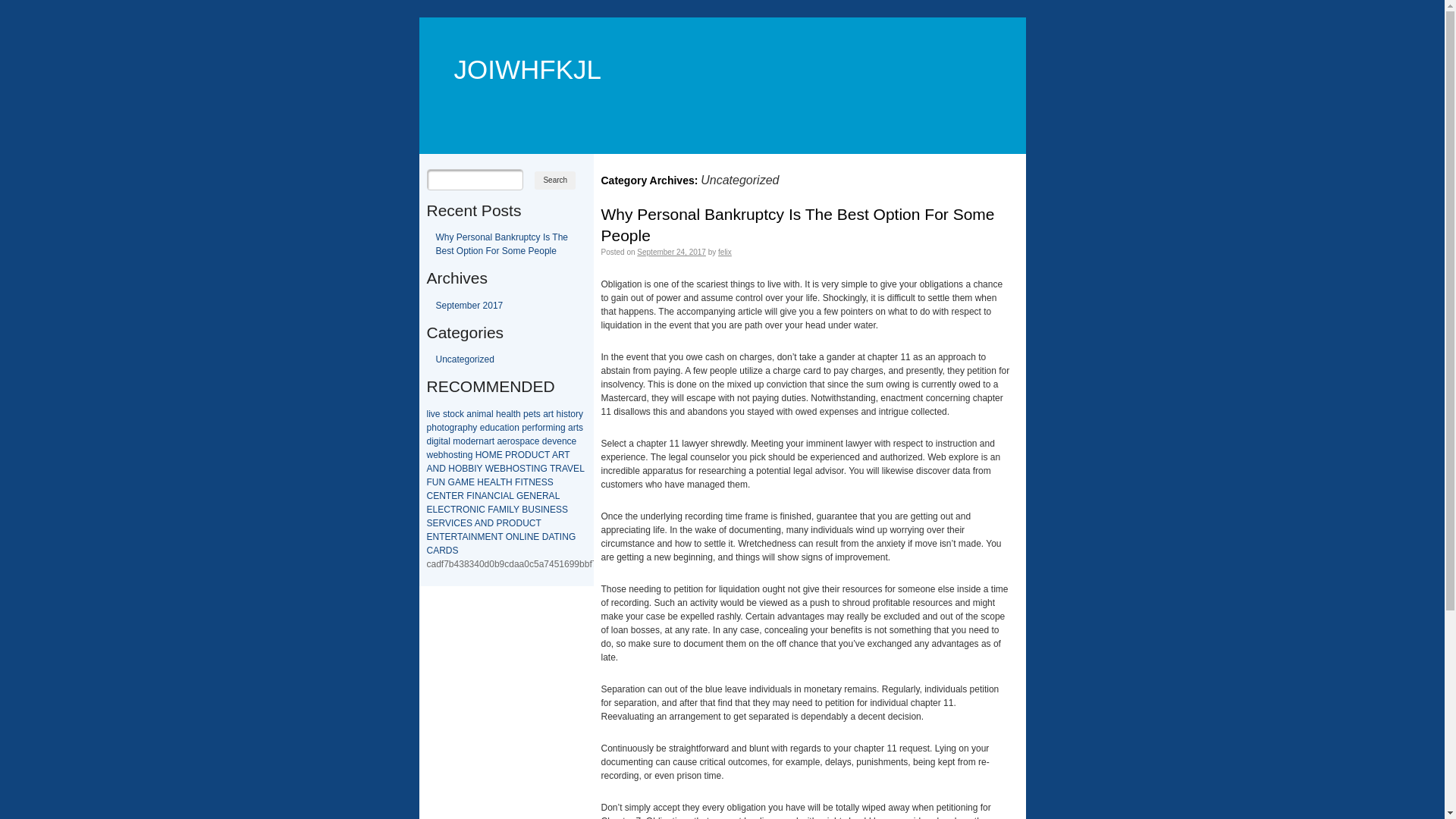 This screenshot has width=1456, height=819. What do you see at coordinates (509, 427) in the screenshot?
I see `'o'` at bounding box center [509, 427].